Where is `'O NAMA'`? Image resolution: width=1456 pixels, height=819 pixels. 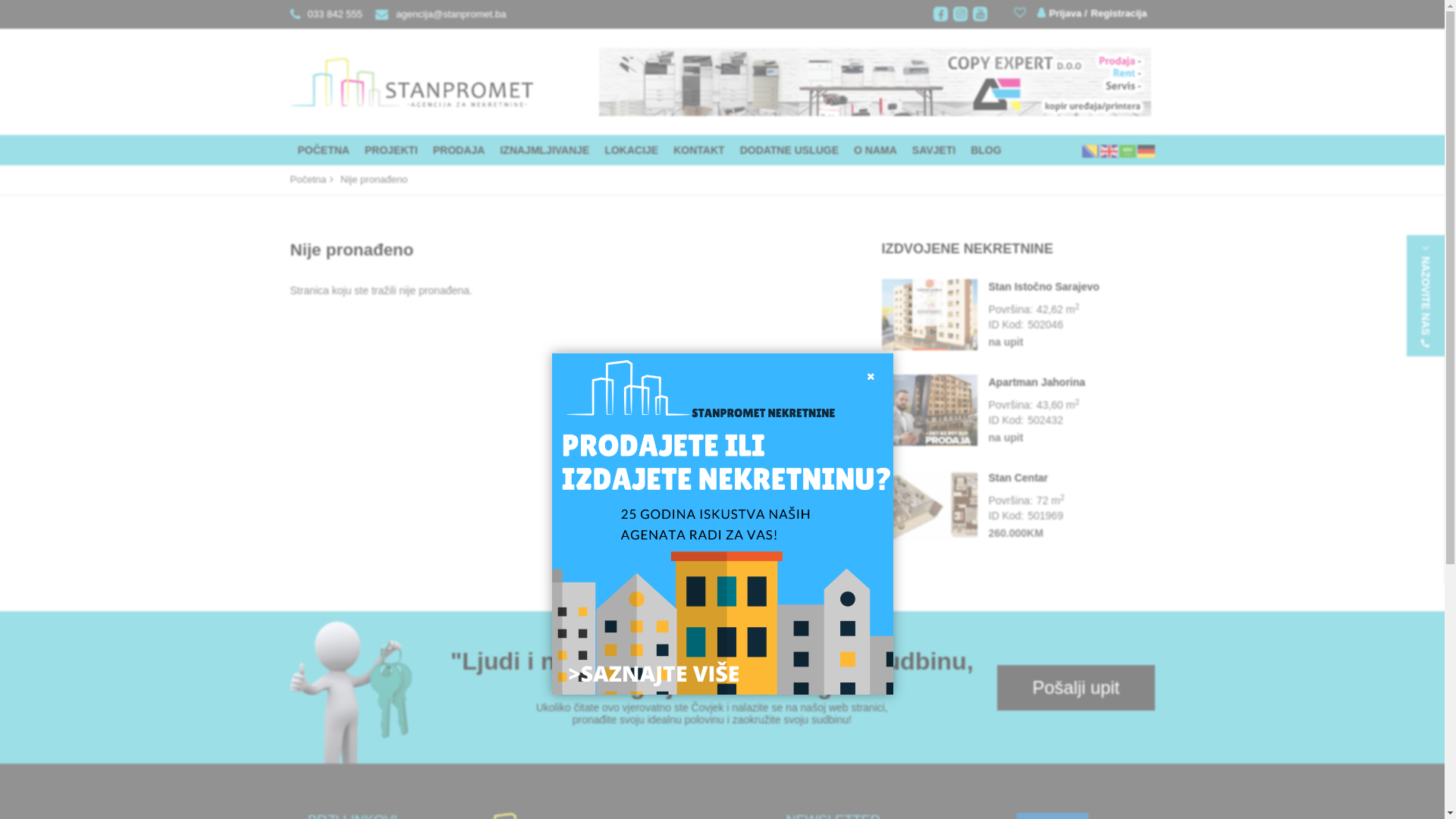 'O NAMA' is located at coordinates (846, 149).